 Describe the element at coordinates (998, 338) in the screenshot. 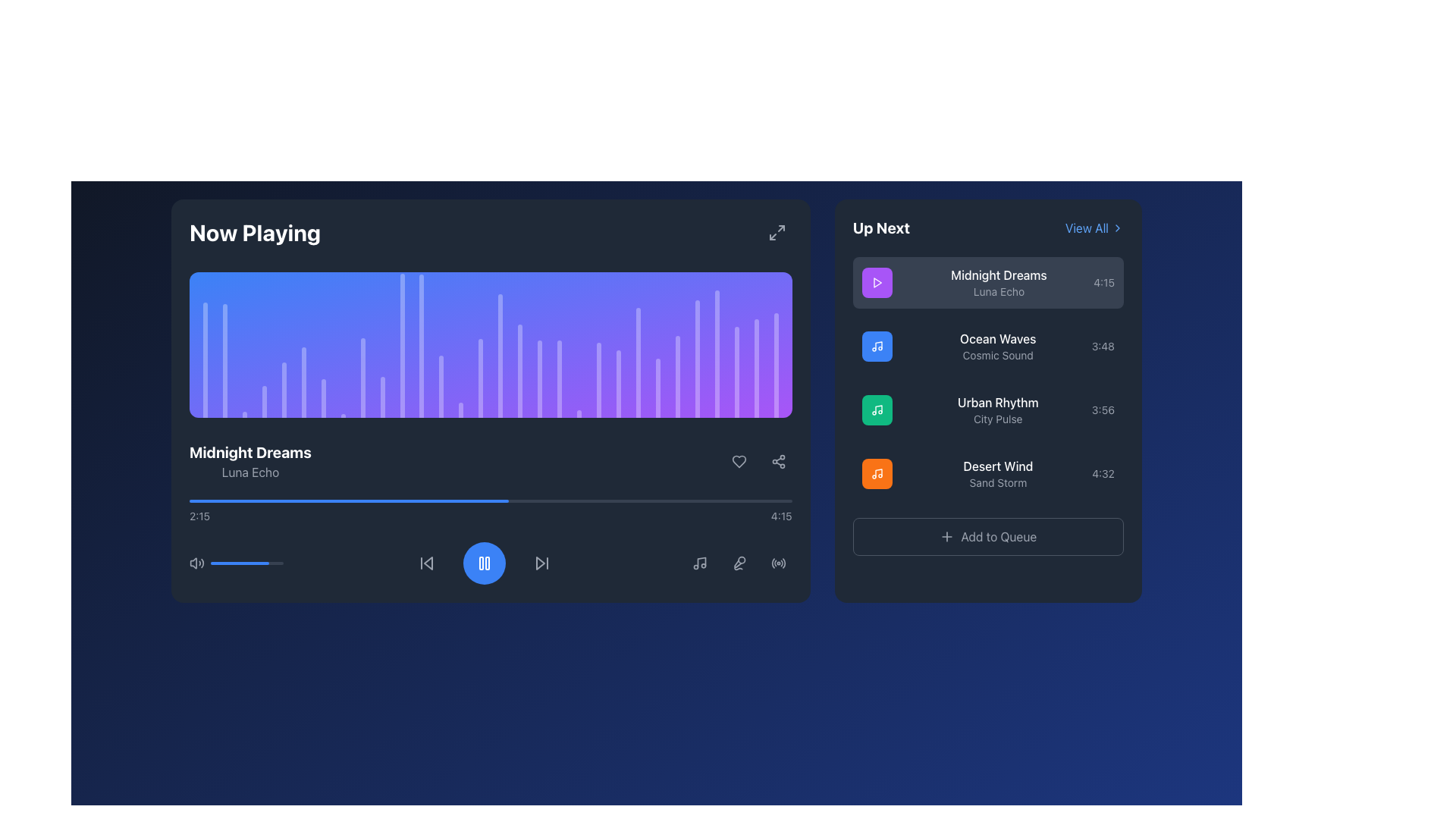

I see `the static text element that serves as the title of the media item, located in the middle of the 'Up Next' list on the right side of the interface` at that location.